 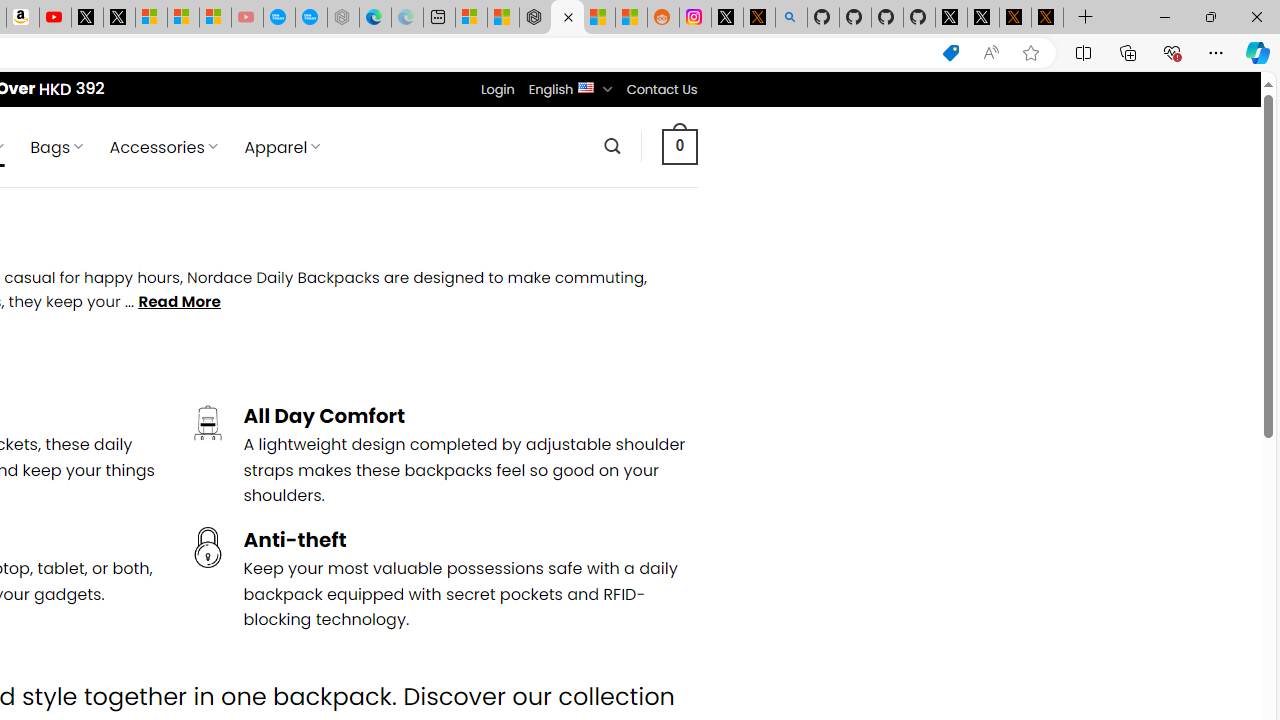 I want to click on 'Nordace - Best Sellers', so click(x=535, y=17).